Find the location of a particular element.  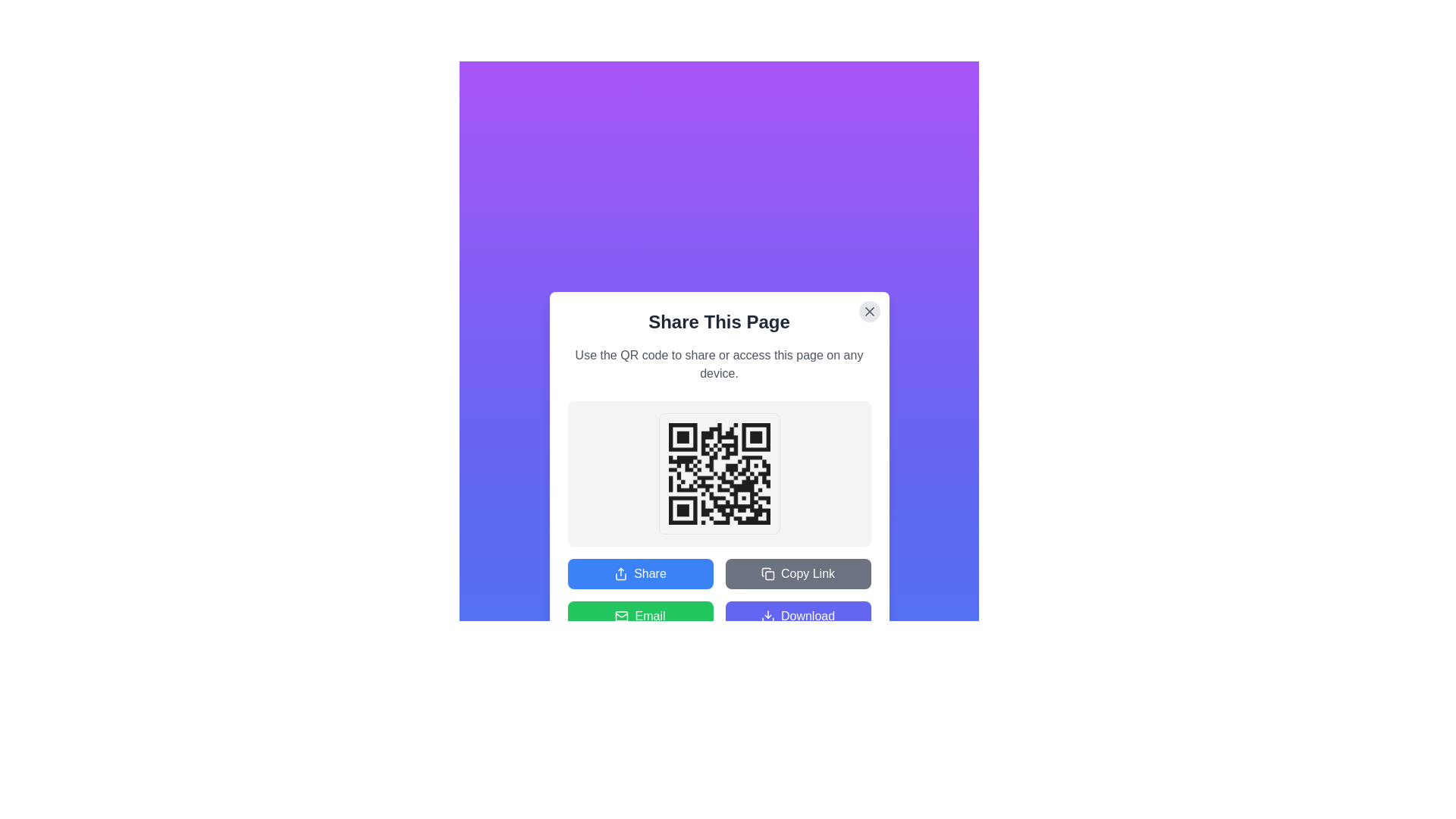

the blue 'Share' button with an upward arrow icon is located at coordinates (640, 573).